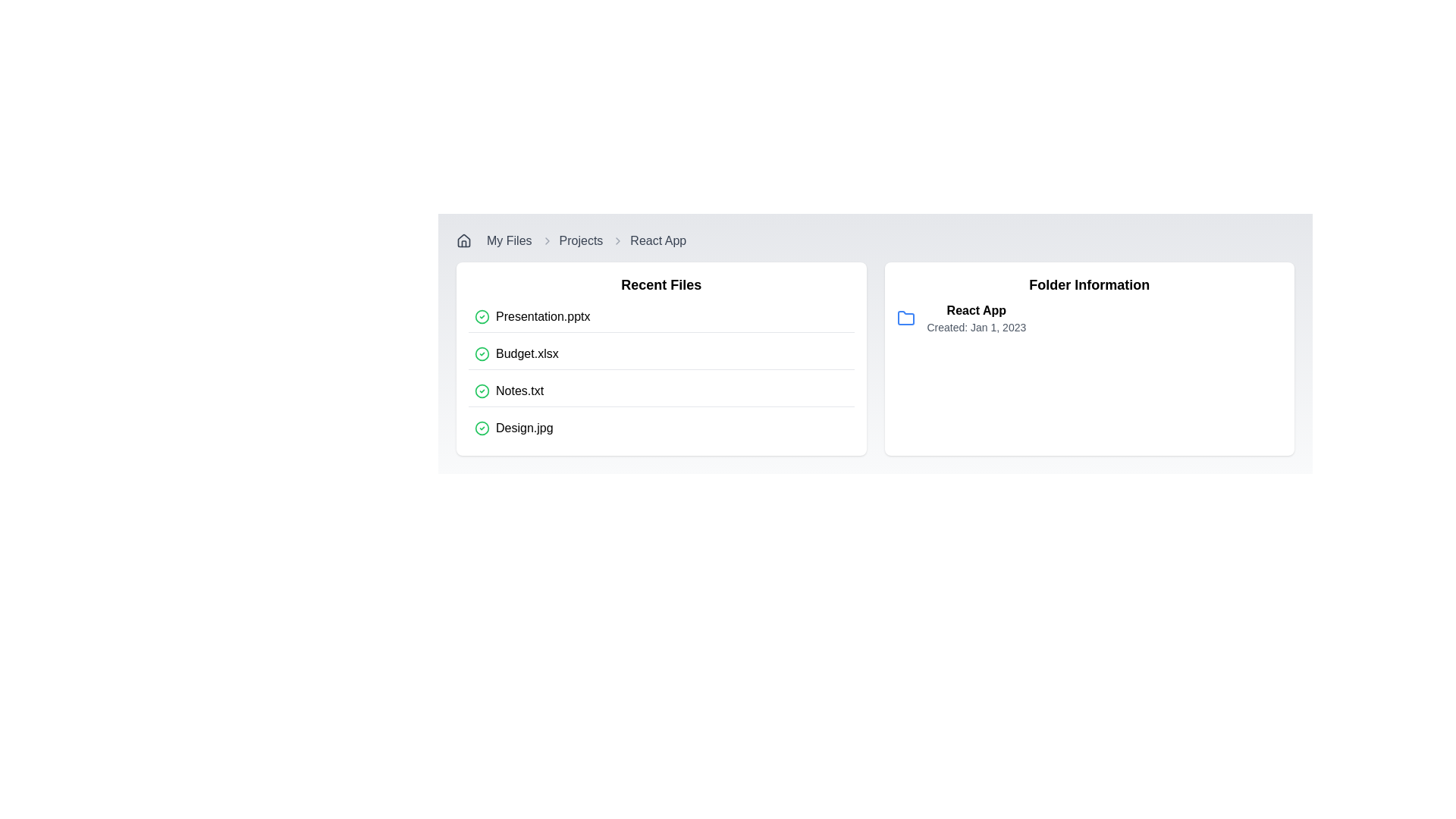 The width and height of the screenshot is (1456, 819). What do you see at coordinates (481, 428) in the screenshot?
I see `the circular icon with a green stroke and checkmark located next to the 'Presentation.pptx' label in the recent files section, indicating successful or completed tasks` at bounding box center [481, 428].